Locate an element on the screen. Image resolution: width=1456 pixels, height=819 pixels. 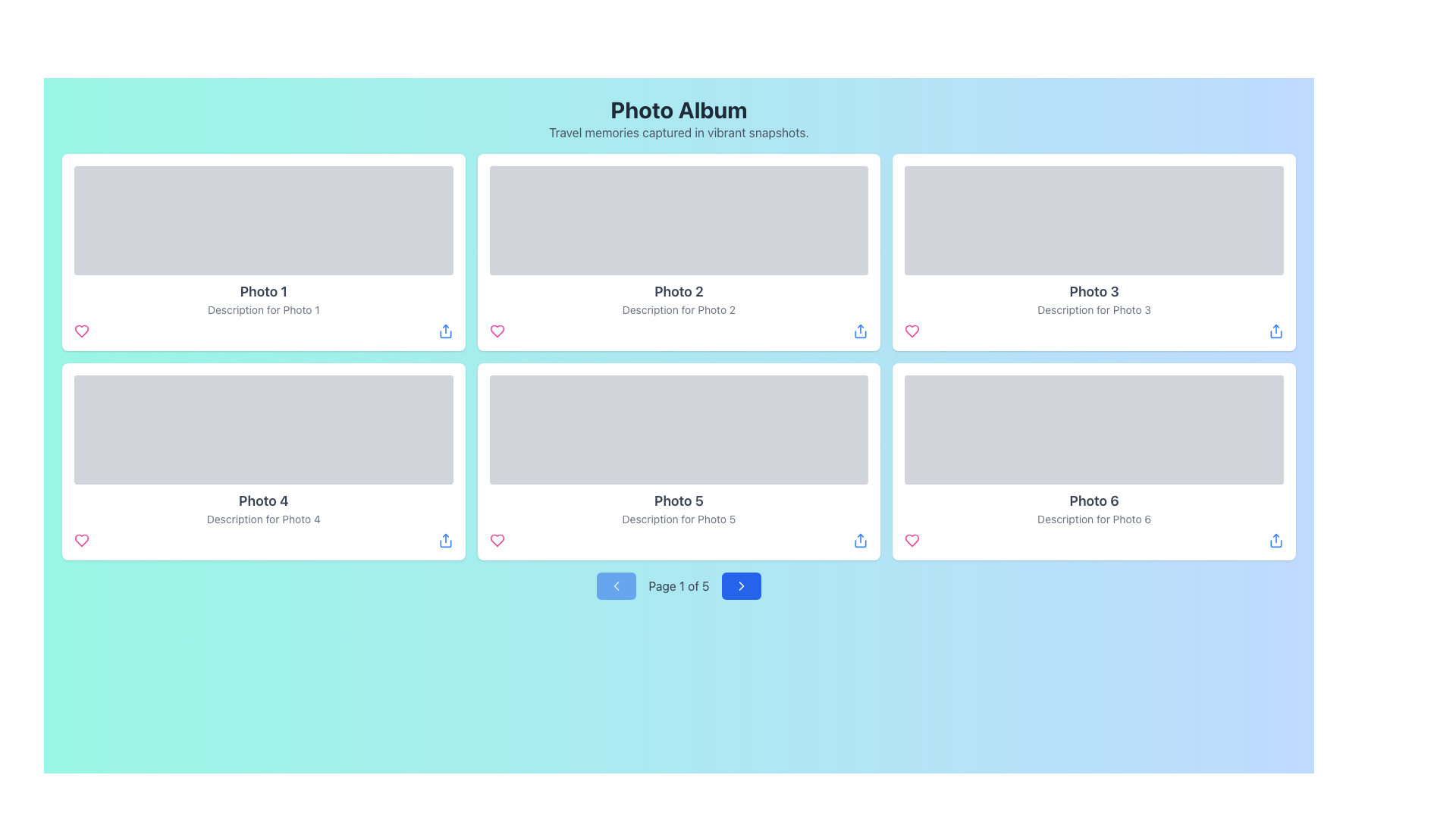
the pink heart-shaped icon button located at the bottom-left corner of the 'Photo 6' tile is located at coordinates (912, 540).